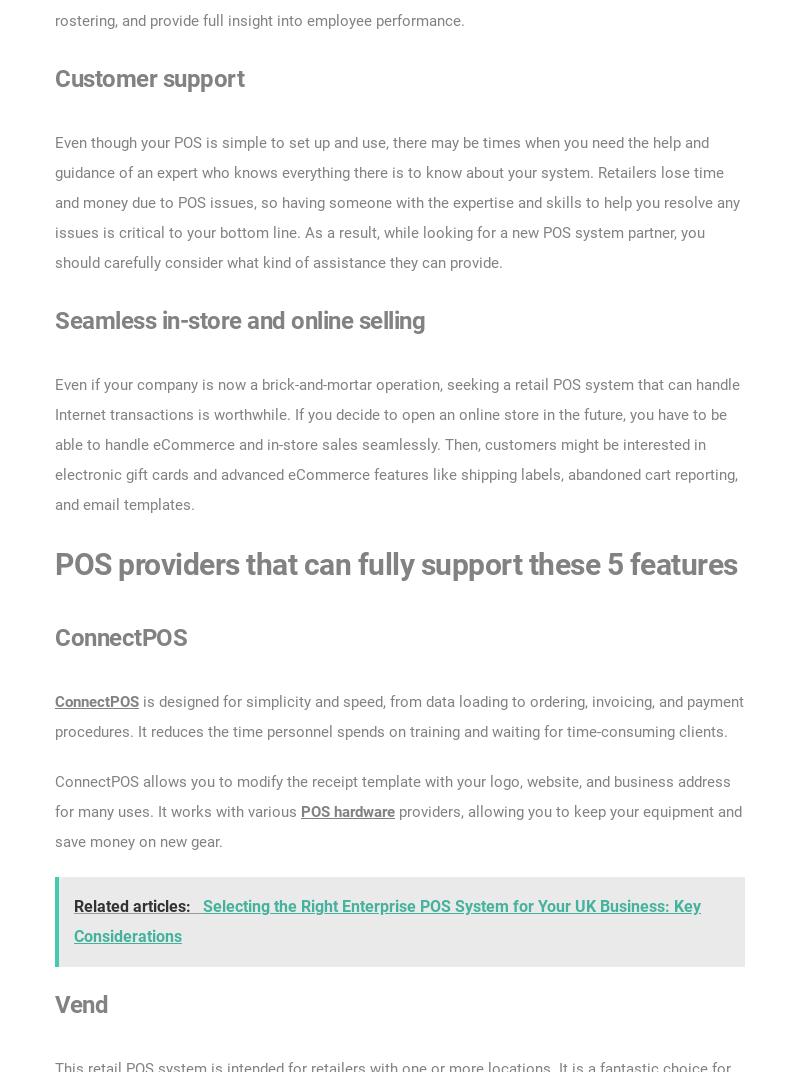  Describe the element at coordinates (134, 905) in the screenshot. I see `'Related articles:'` at that location.